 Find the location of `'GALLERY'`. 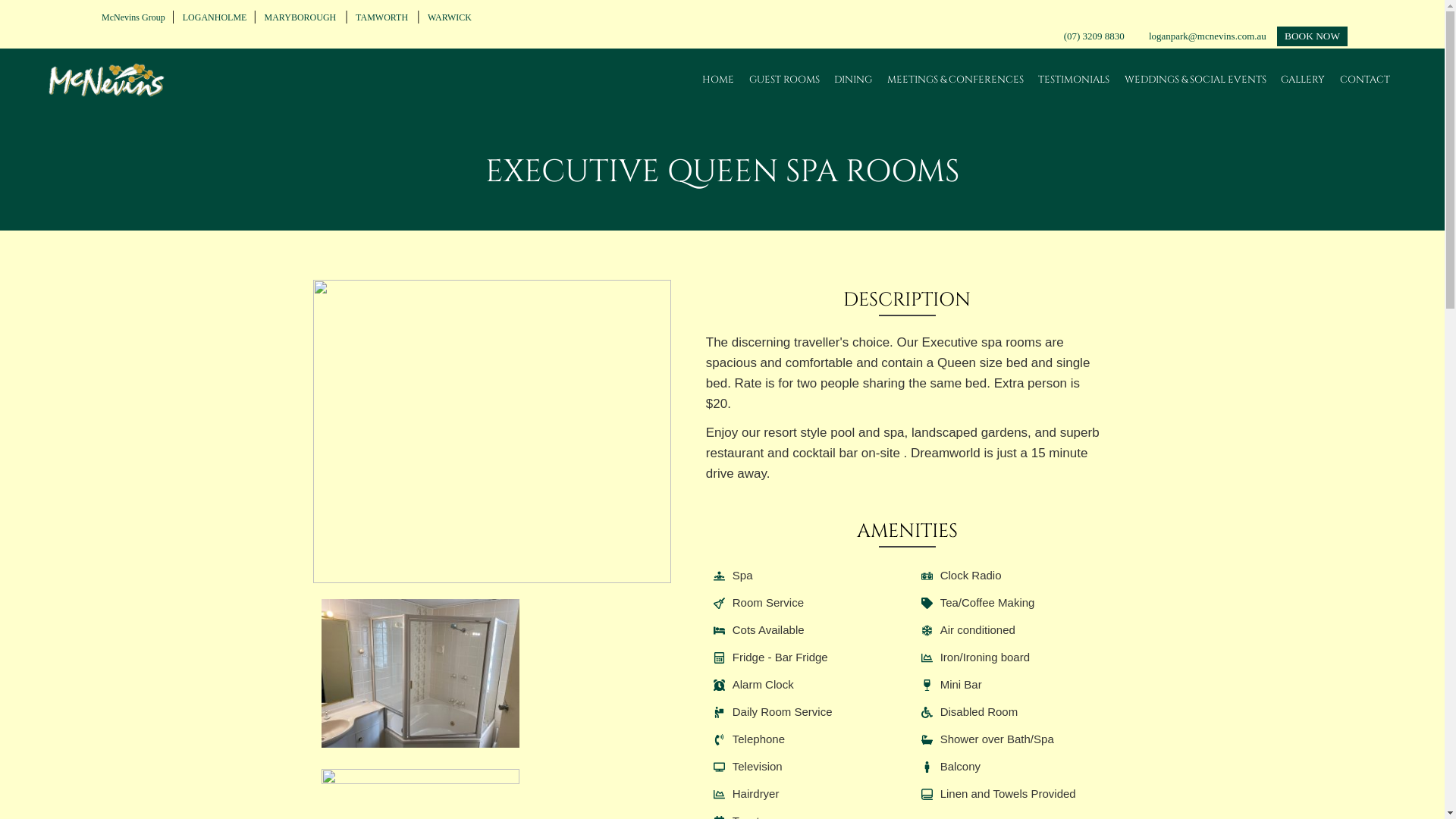

'GALLERY' is located at coordinates (1280, 79).